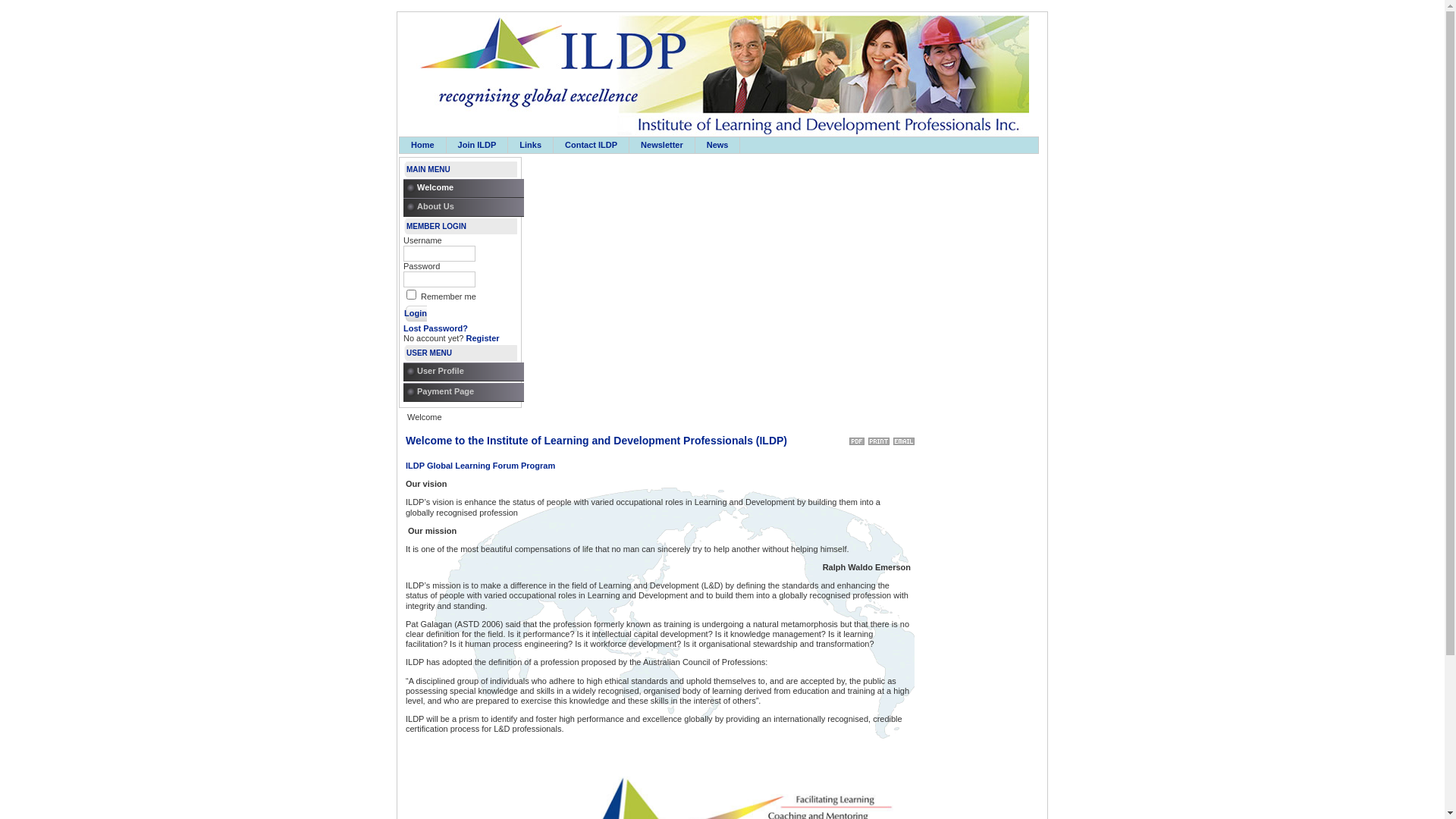 This screenshot has width=1456, height=819. What do you see at coordinates (629, 145) in the screenshot?
I see `'Newsletter'` at bounding box center [629, 145].